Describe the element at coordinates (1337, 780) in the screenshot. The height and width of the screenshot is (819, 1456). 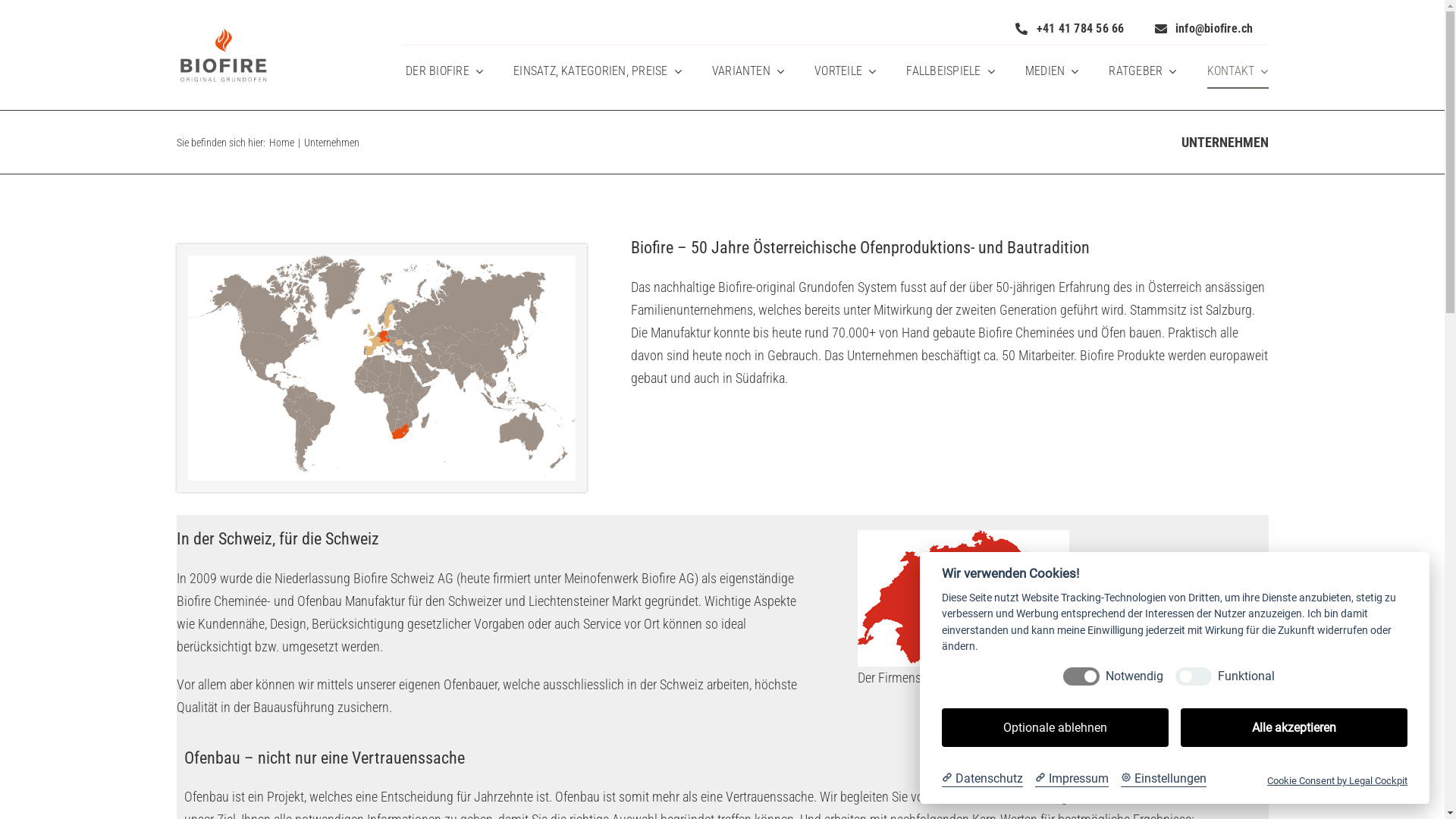
I see `'Cookie Consent by Legal Cockpit'` at that location.